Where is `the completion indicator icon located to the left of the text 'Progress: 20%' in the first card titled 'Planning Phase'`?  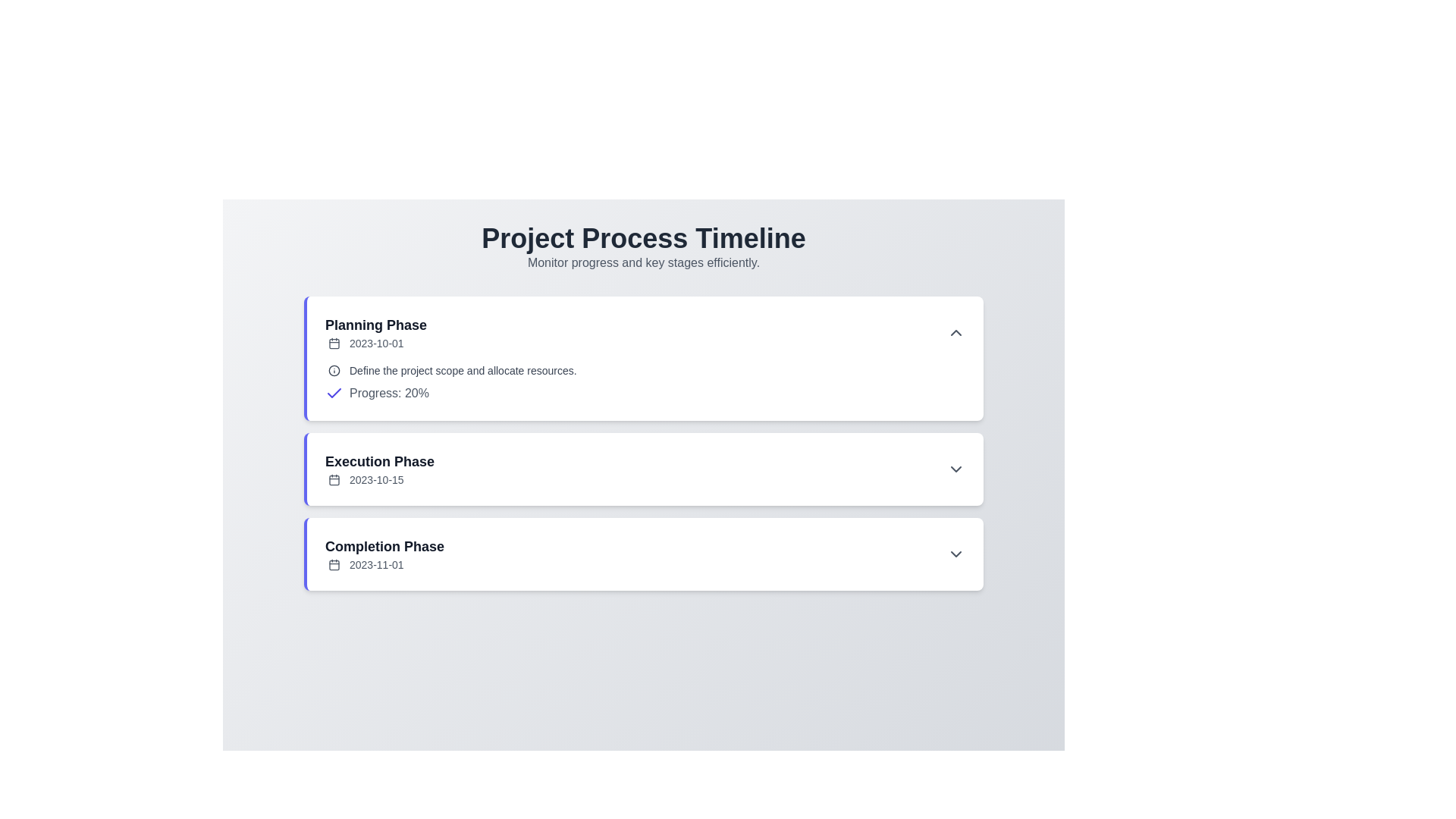 the completion indicator icon located to the left of the text 'Progress: 20%' in the first card titled 'Planning Phase' is located at coordinates (334, 393).